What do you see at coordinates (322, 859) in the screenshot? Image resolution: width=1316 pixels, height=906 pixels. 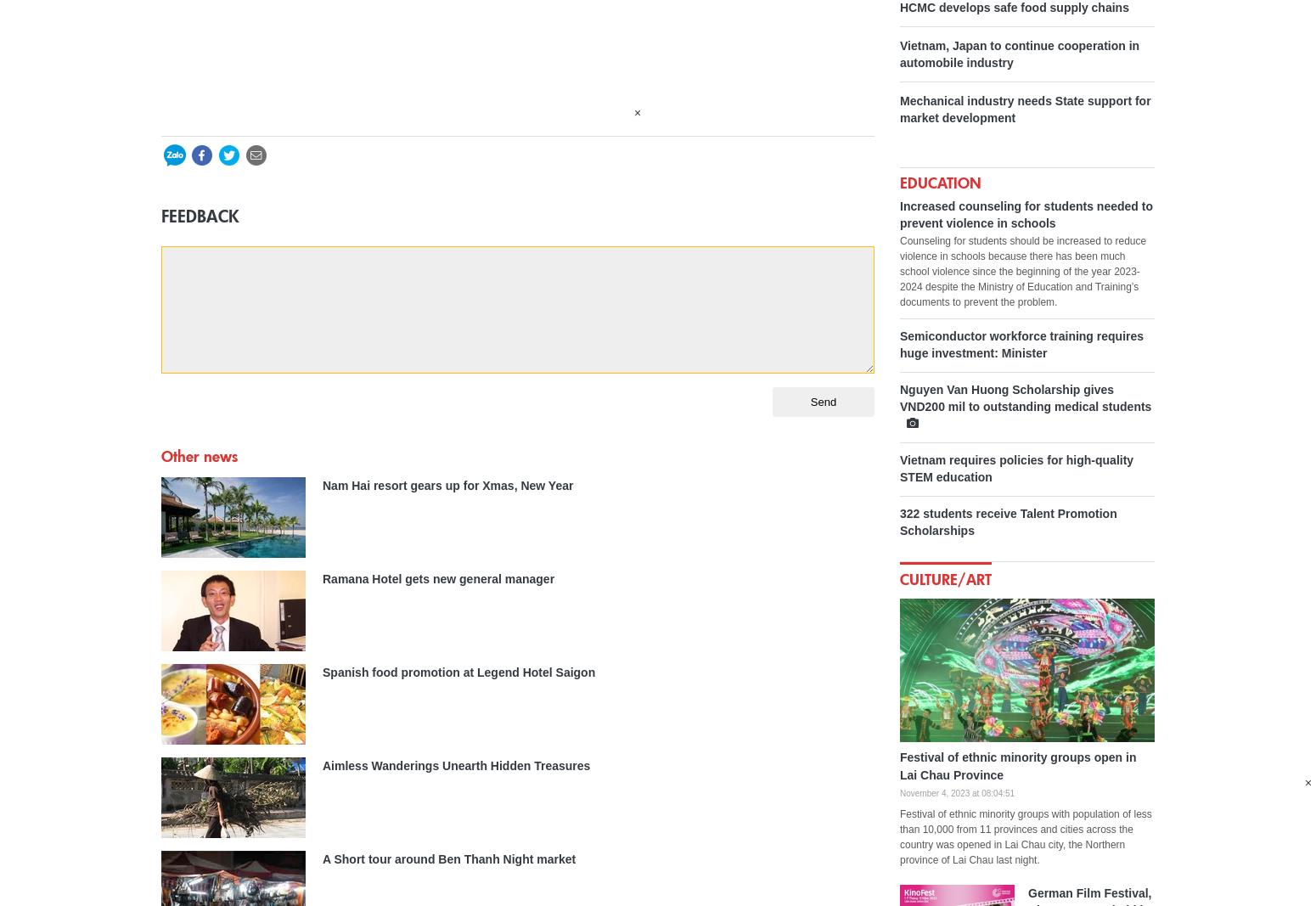 I see `'A Short tour around Ben Thanh Night market'` at bounding box center [322, 859].